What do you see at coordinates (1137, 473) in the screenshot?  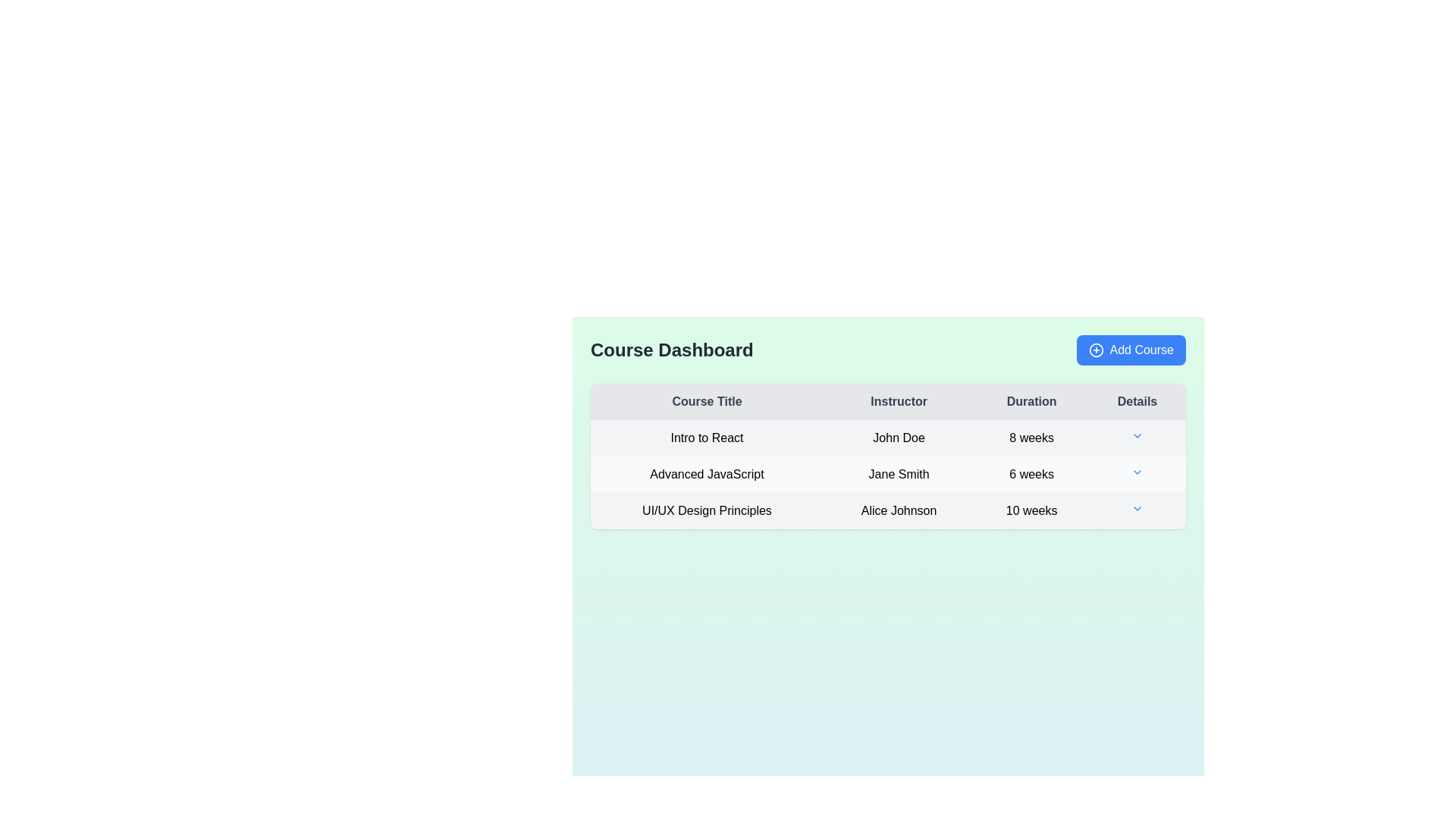 I see `the Dropdown Indicator located to the right of the '6 weeks' duration text in the 'Advanced JavaScript' row under the 'Details' column` at bounding box center [1137, 473].